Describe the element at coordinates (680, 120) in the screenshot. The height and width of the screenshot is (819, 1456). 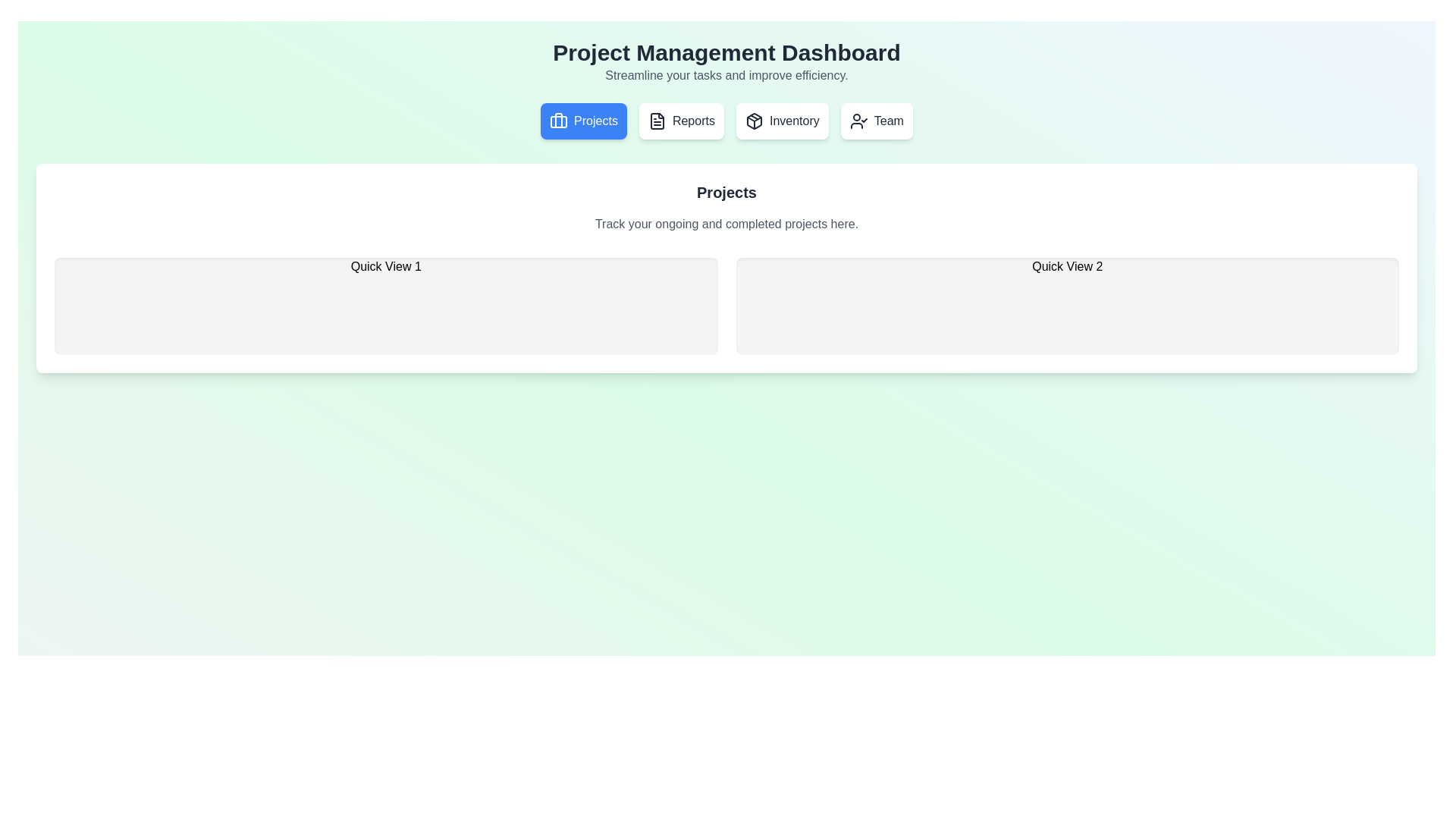
I see `the 'Reports' button, which is a rectangular button with a white background and a document icon, positioned between the 'Projects' and 'Inventory' buttons` at that location.